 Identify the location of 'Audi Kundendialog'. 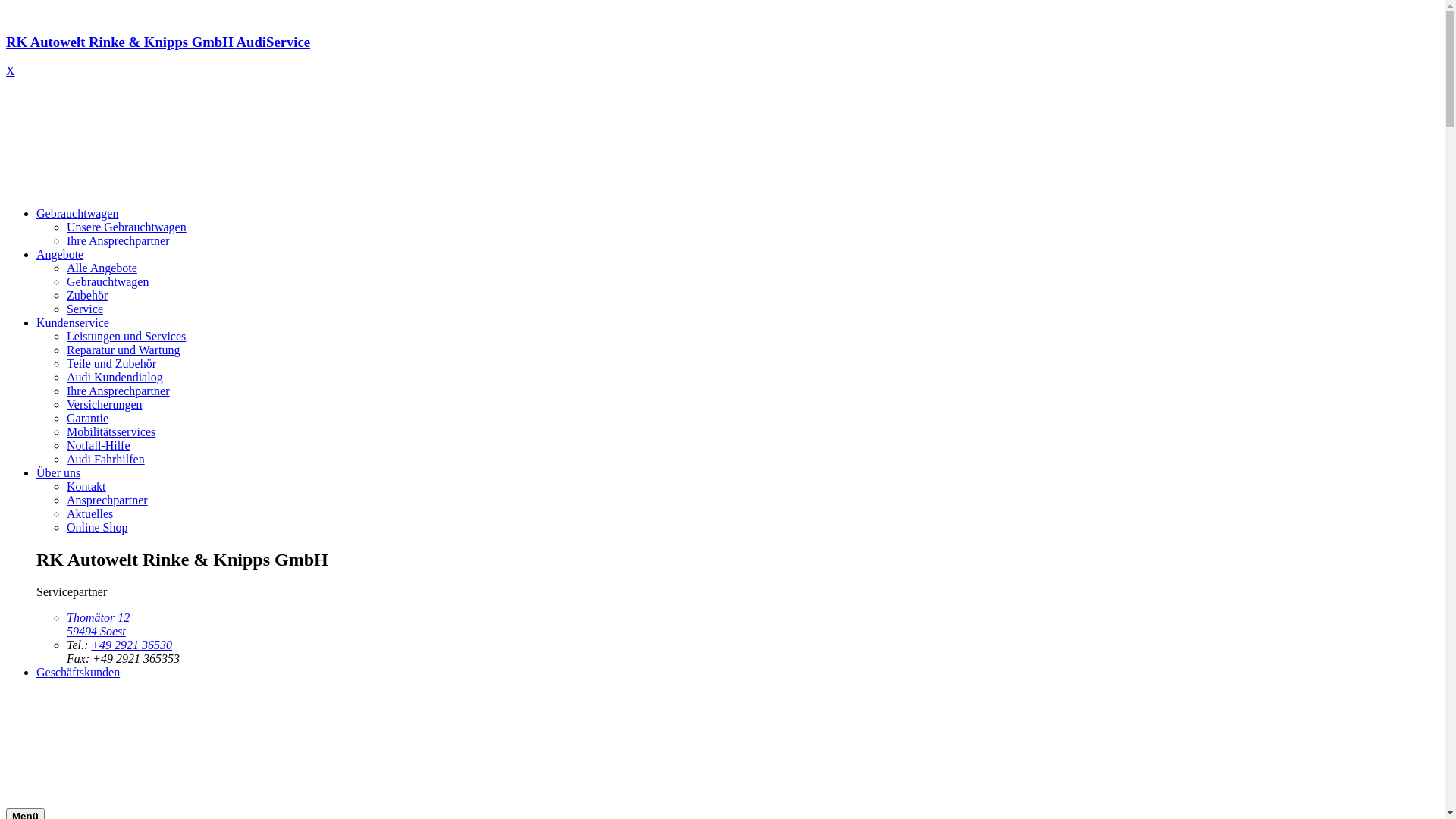
(114, 376).